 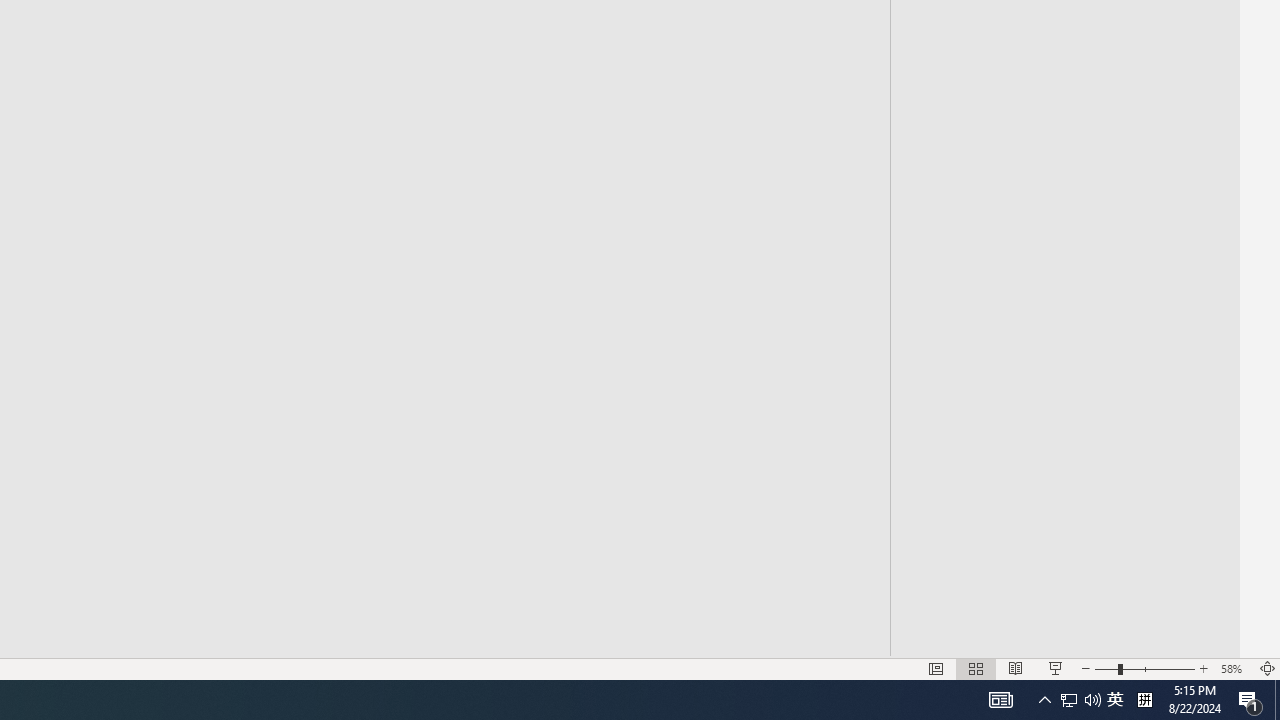 I want to click on 'Slide Sorter', so click(x=976, y=669).